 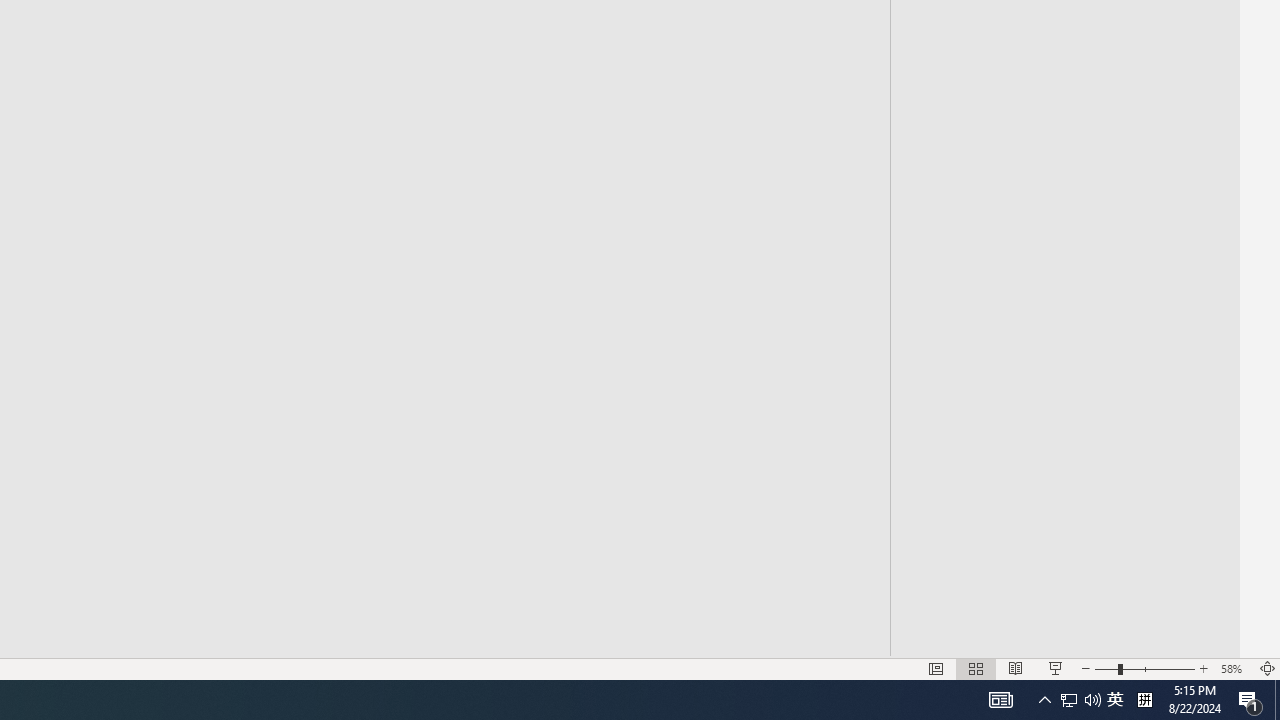 I want to click on 'Slide Sorter', so click(x=976, y=669).